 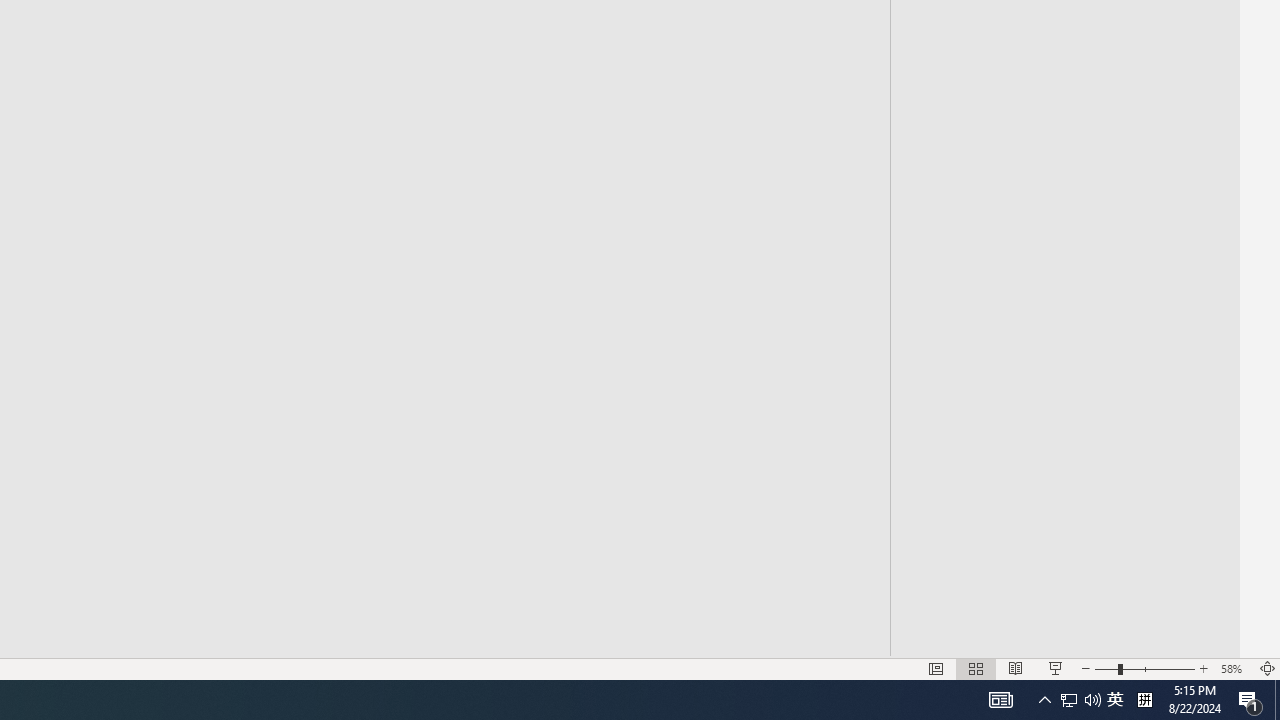 I want to click on 'Slide Sorter', so click(x=976, y=669).